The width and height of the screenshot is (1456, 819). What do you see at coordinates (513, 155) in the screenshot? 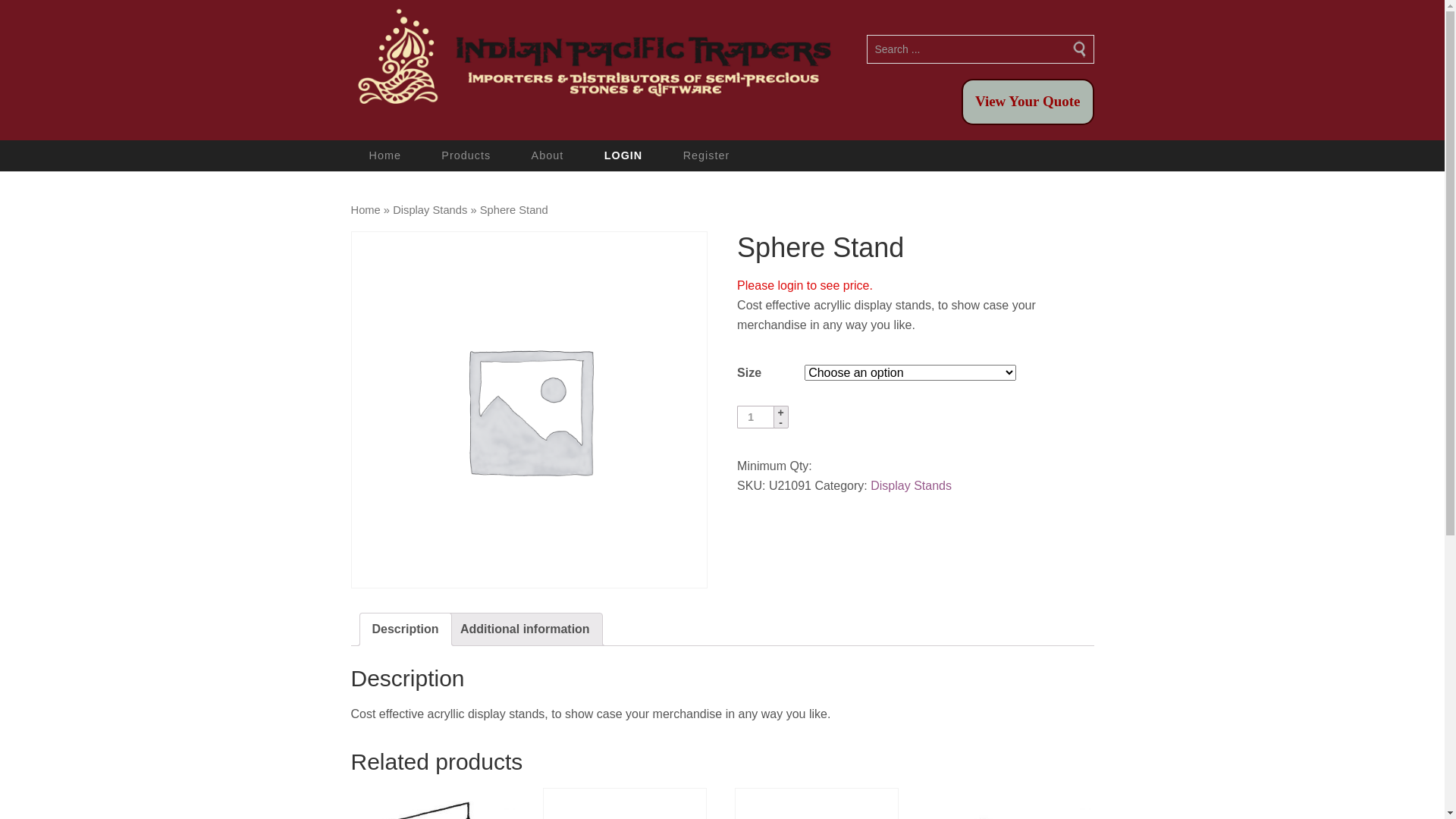
I see `'About'` at bounding box center [513, 155].